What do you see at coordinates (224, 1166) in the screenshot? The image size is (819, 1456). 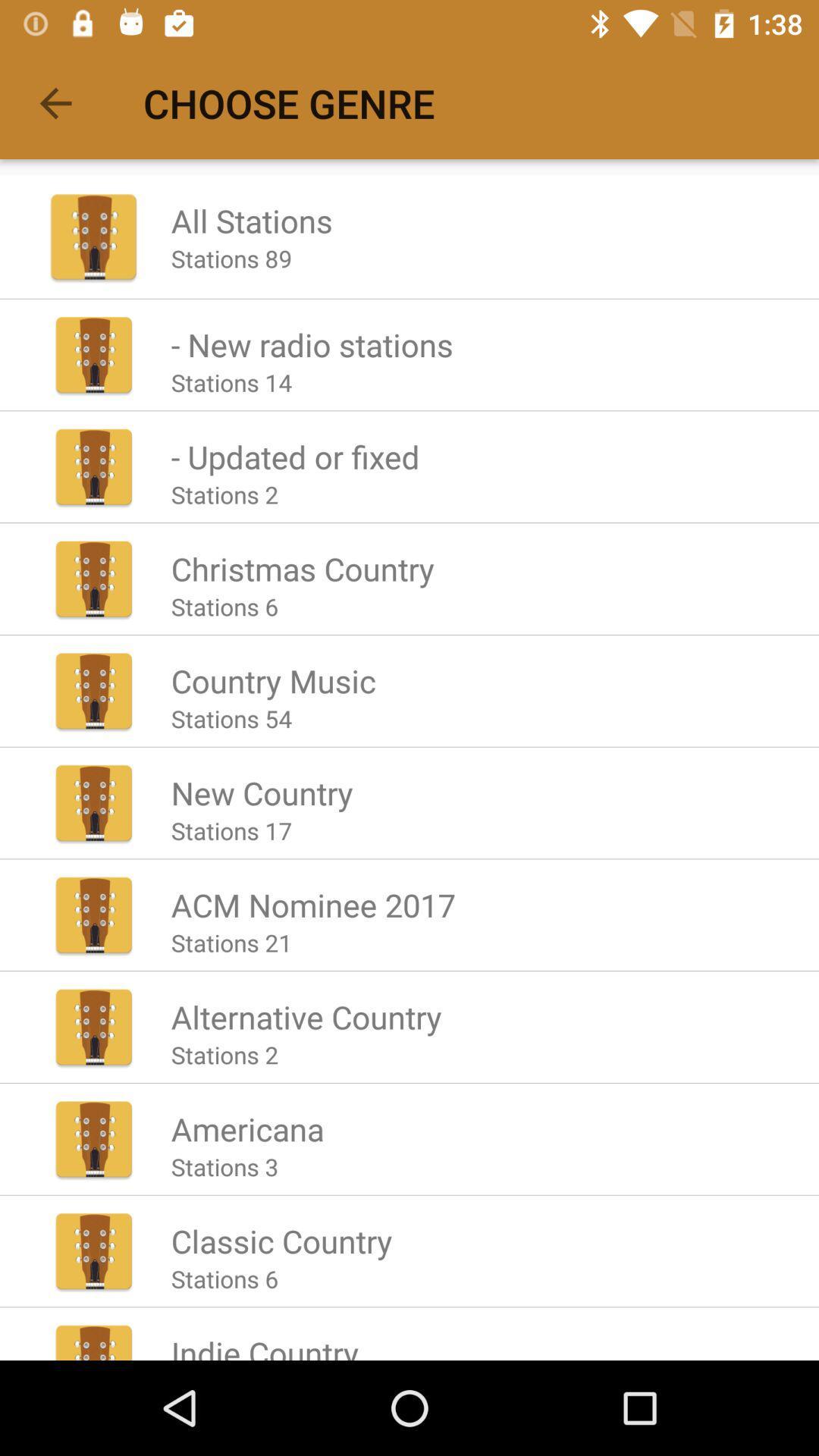 I see `item above the classic country icon` at bounding box center [224, 1166].